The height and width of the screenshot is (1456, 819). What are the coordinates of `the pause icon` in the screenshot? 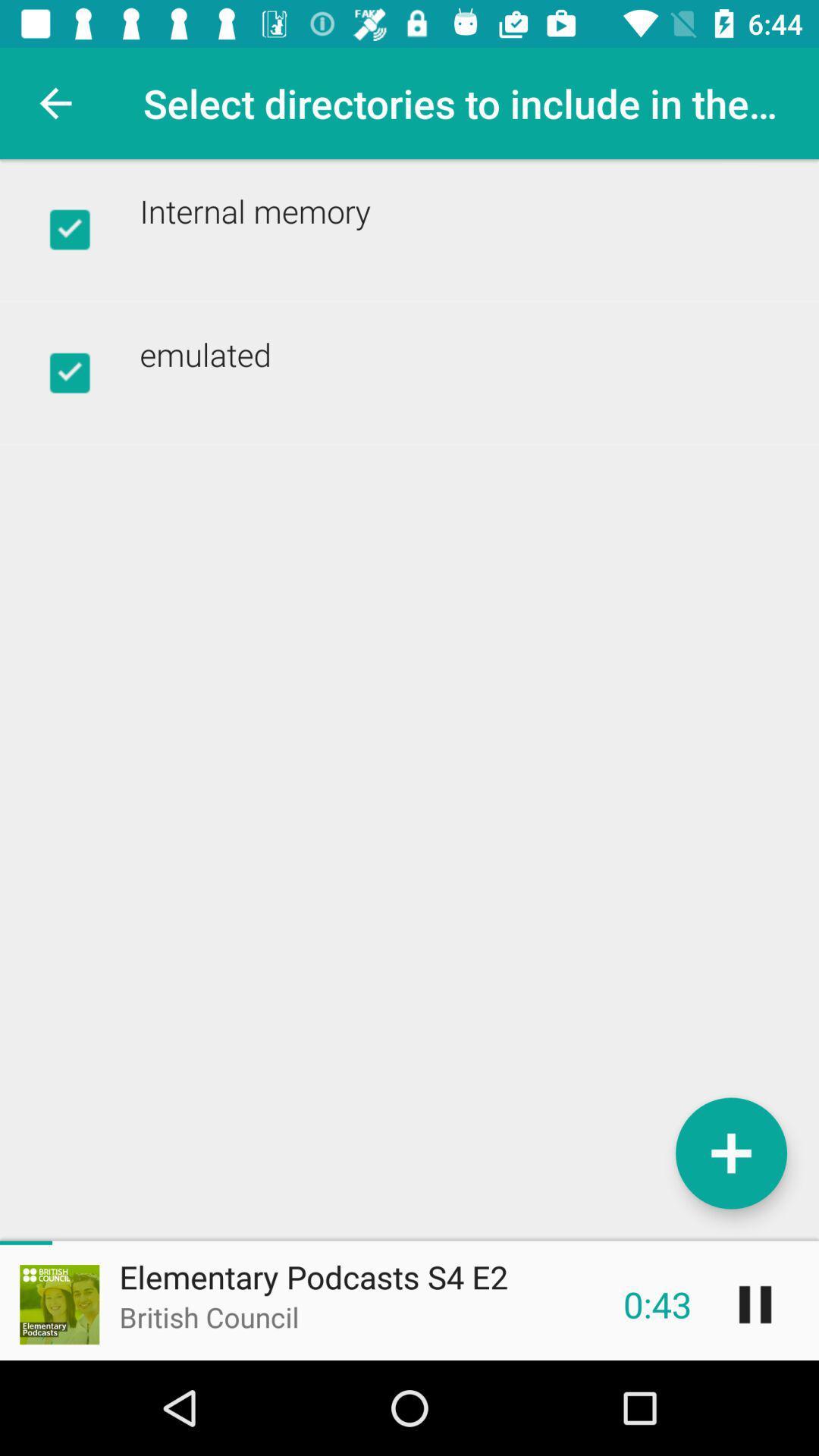 It's located at (755, 1304).